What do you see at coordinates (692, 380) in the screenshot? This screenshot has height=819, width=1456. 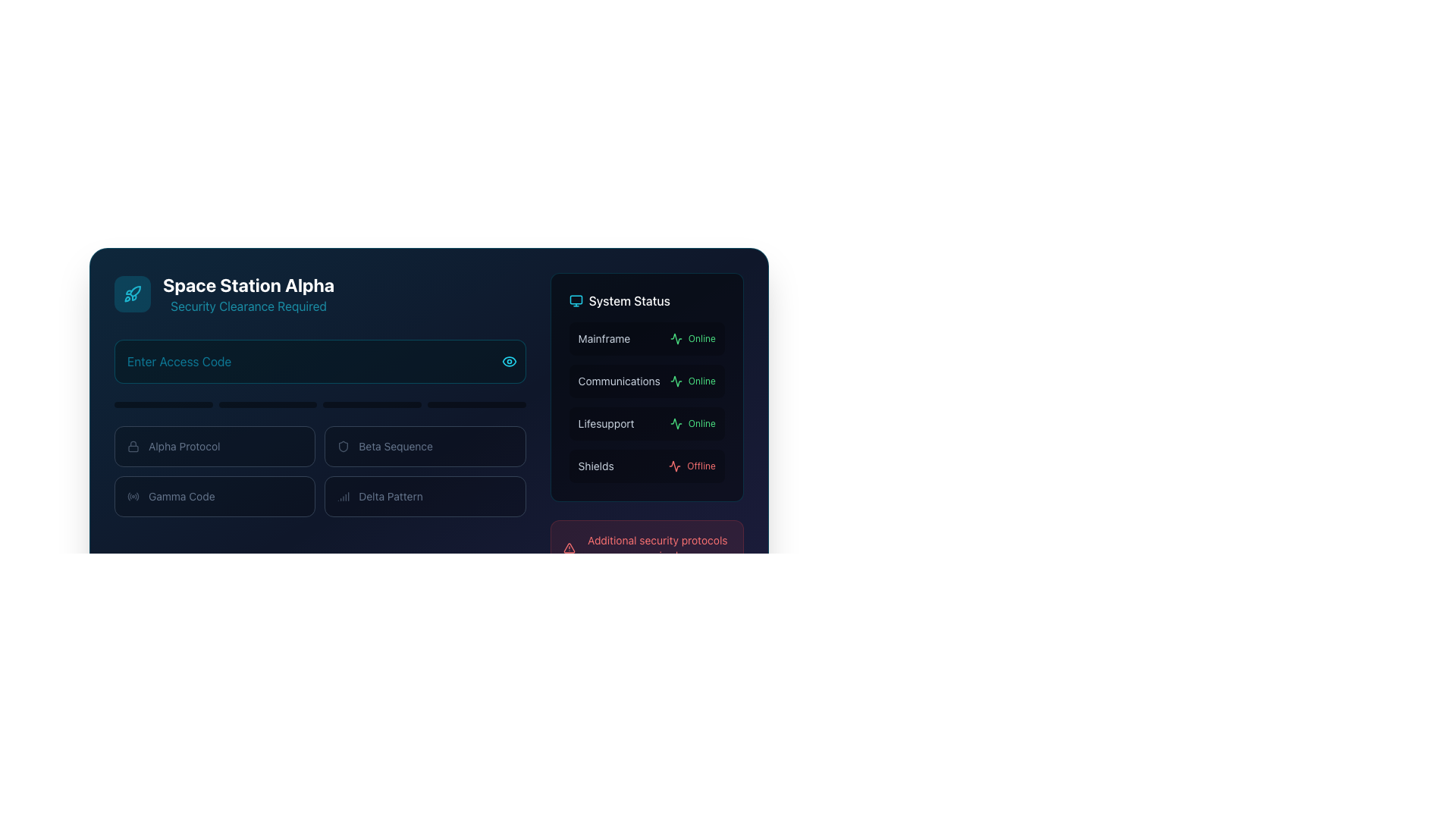 I see `the 'Online' text label, styled in green, located next to the heartbeat icon in the 'System Status' section` at bounding box center [692, 380].